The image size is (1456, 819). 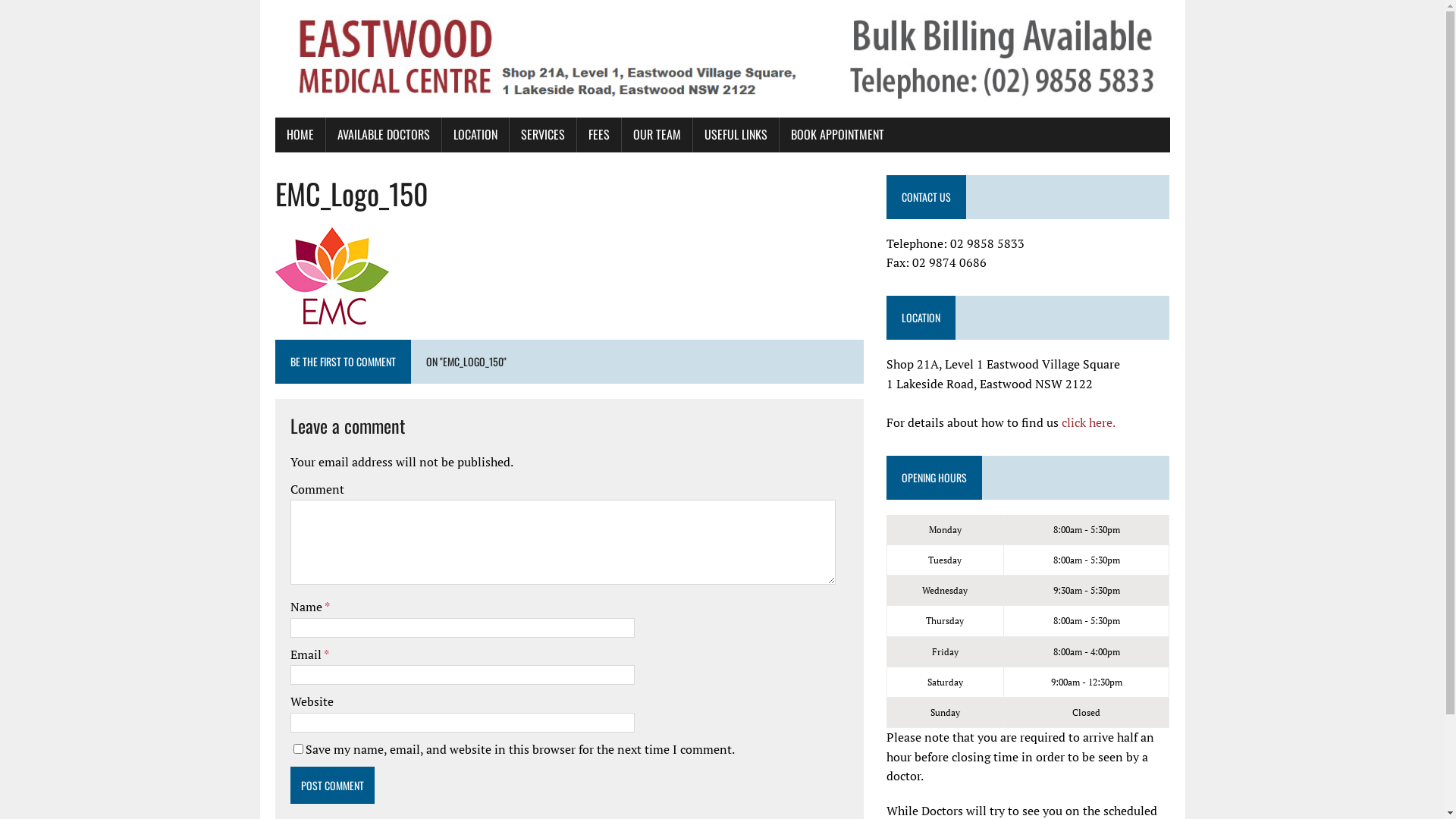 I want to click on 'AVAILABLE DOCTORS', so click(x=383, y=133).